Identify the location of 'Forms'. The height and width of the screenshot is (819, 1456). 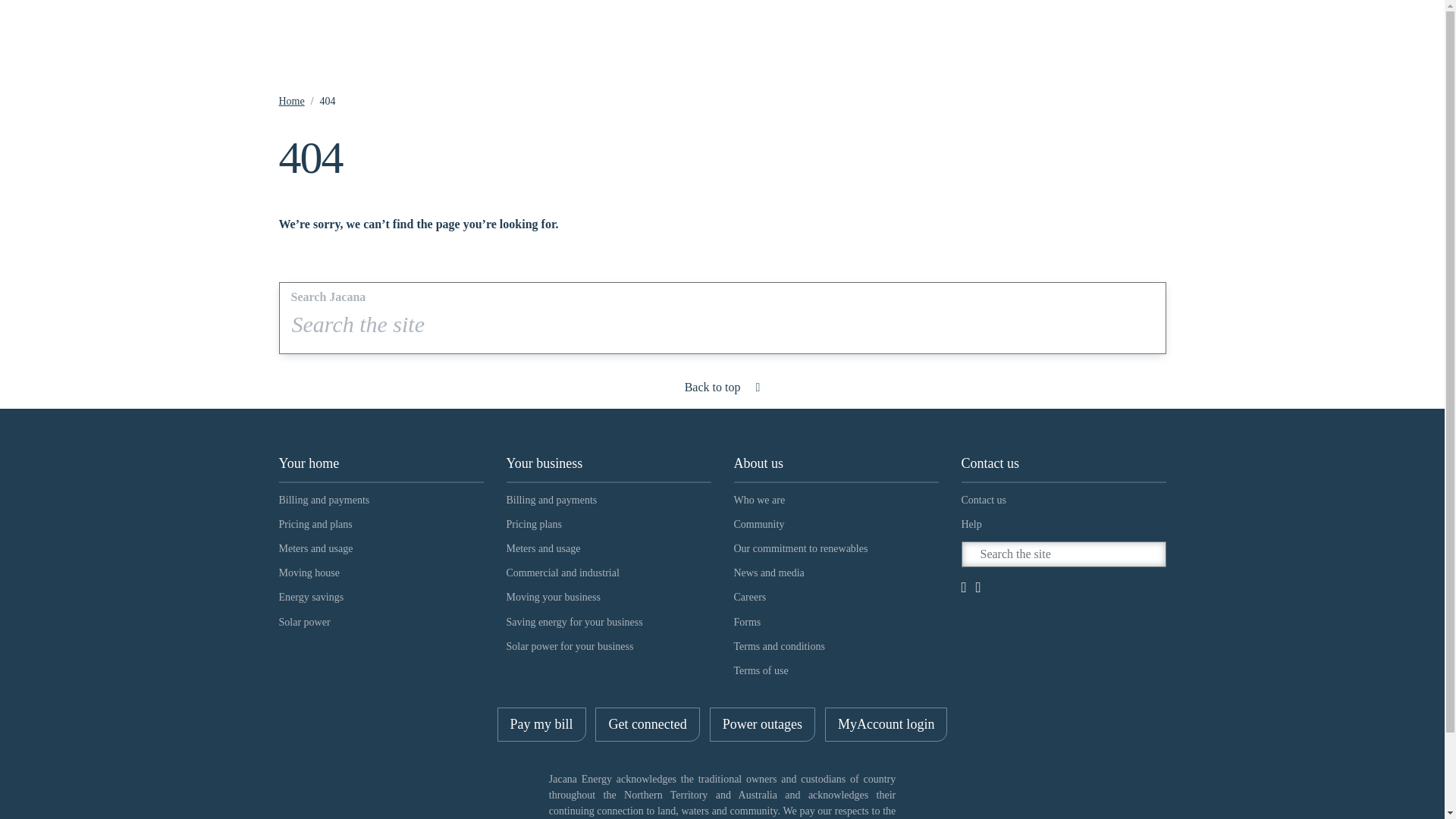
(734, 623).